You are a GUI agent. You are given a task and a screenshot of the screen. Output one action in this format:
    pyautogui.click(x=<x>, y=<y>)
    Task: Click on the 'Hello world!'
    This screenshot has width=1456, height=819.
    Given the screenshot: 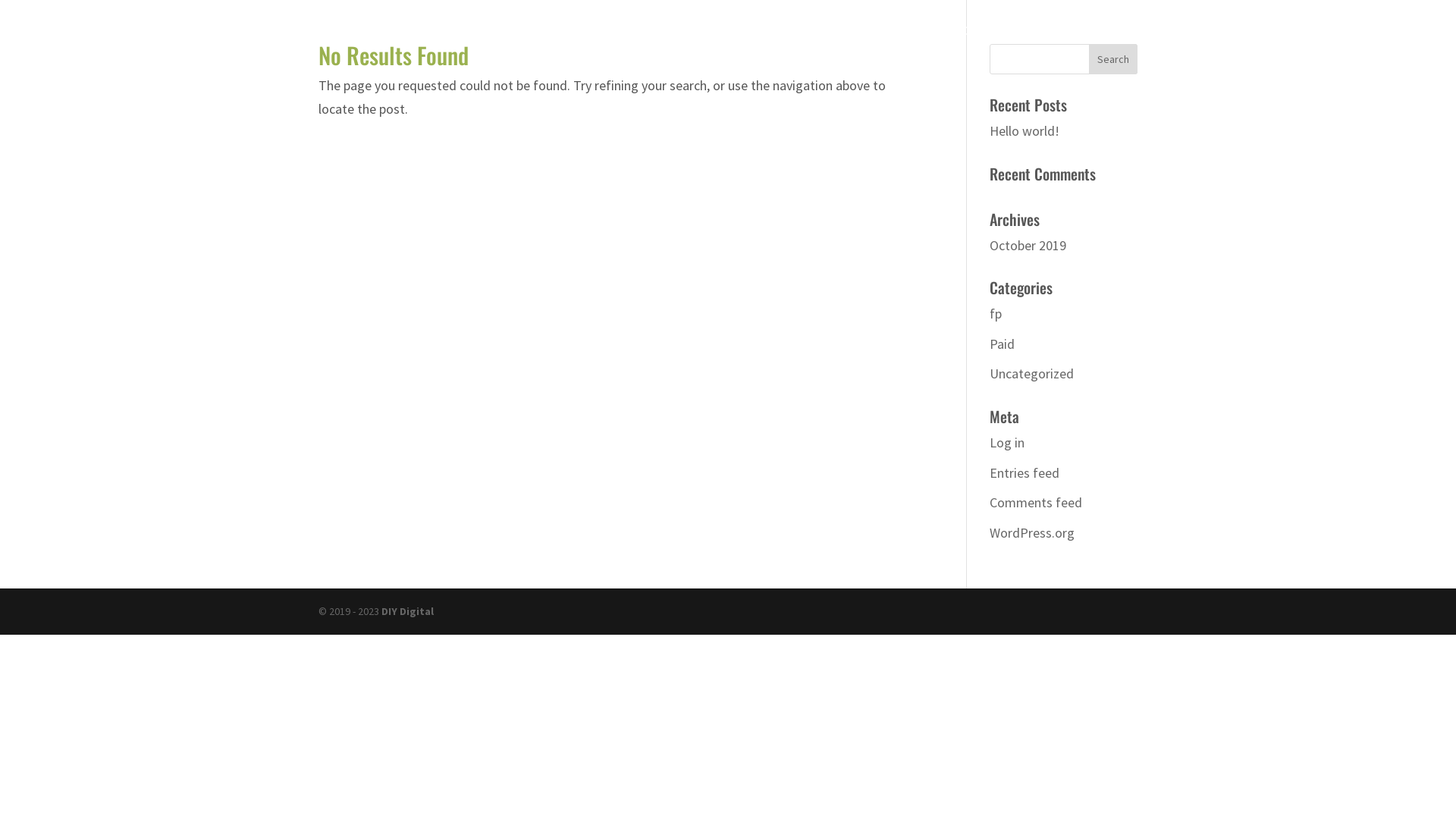 What is the action you would take?
    pyautogui.click(x=1024, y=130)
    